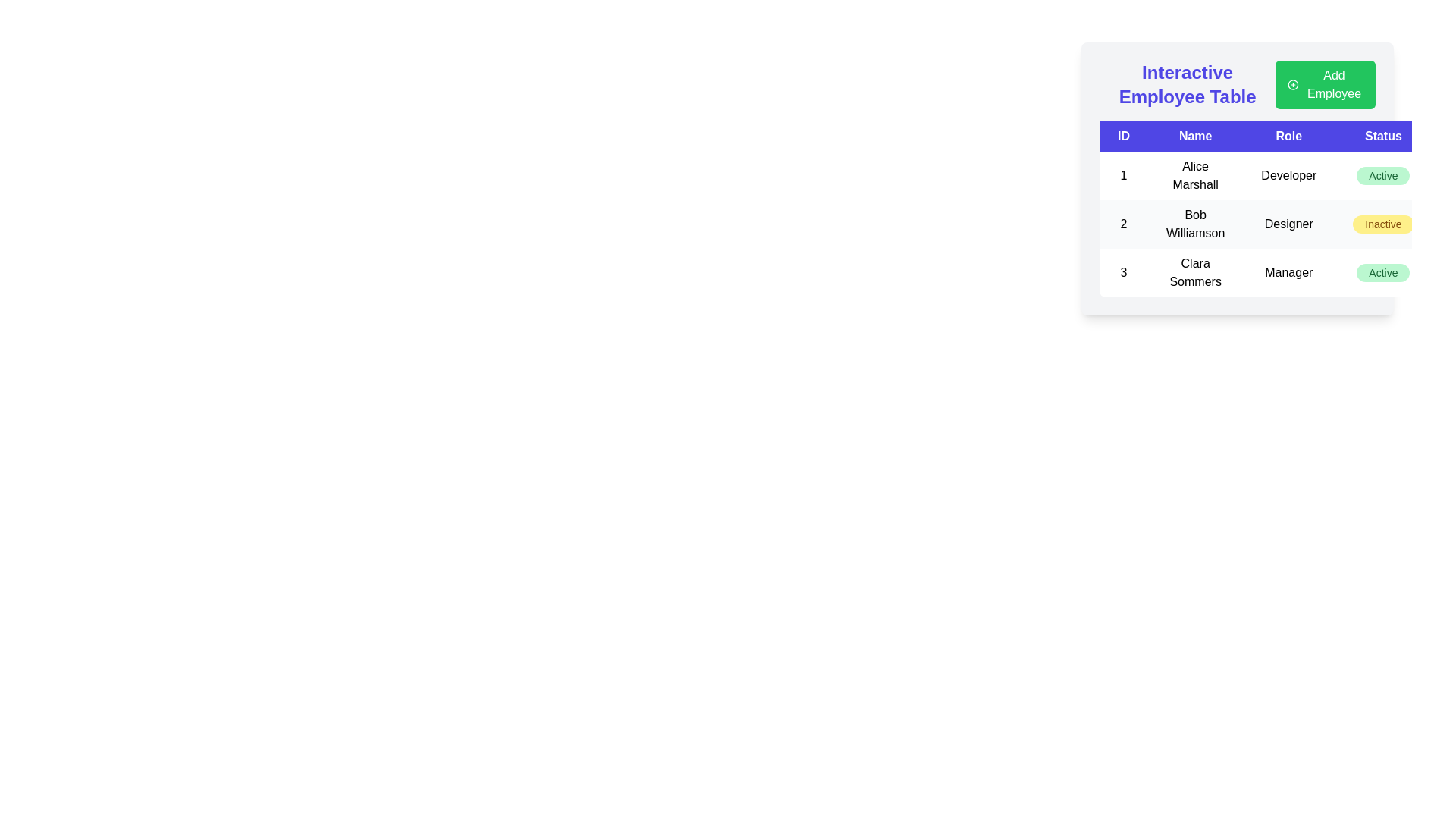 The height and width of the screenshot is (819, 1456). Describe the element at coordinates (1383, 174) in the screenshot. I see `the 'Active' label with a green background in the third row of the 'Status' column in the 'Interactive Employee Table'` at that location.